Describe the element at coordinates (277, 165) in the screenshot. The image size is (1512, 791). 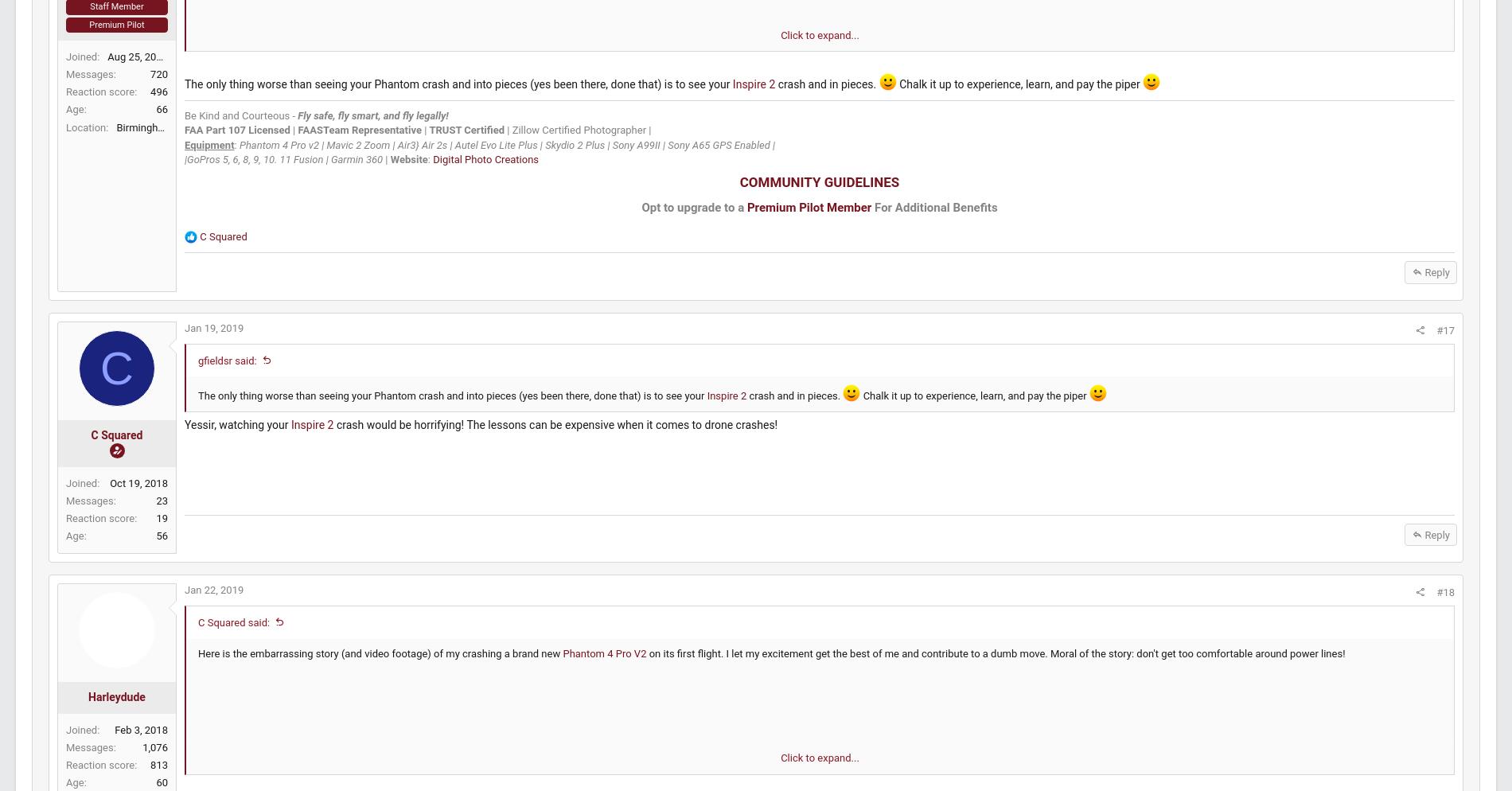
I see `'Be Kind and Courteous -'` at that location.